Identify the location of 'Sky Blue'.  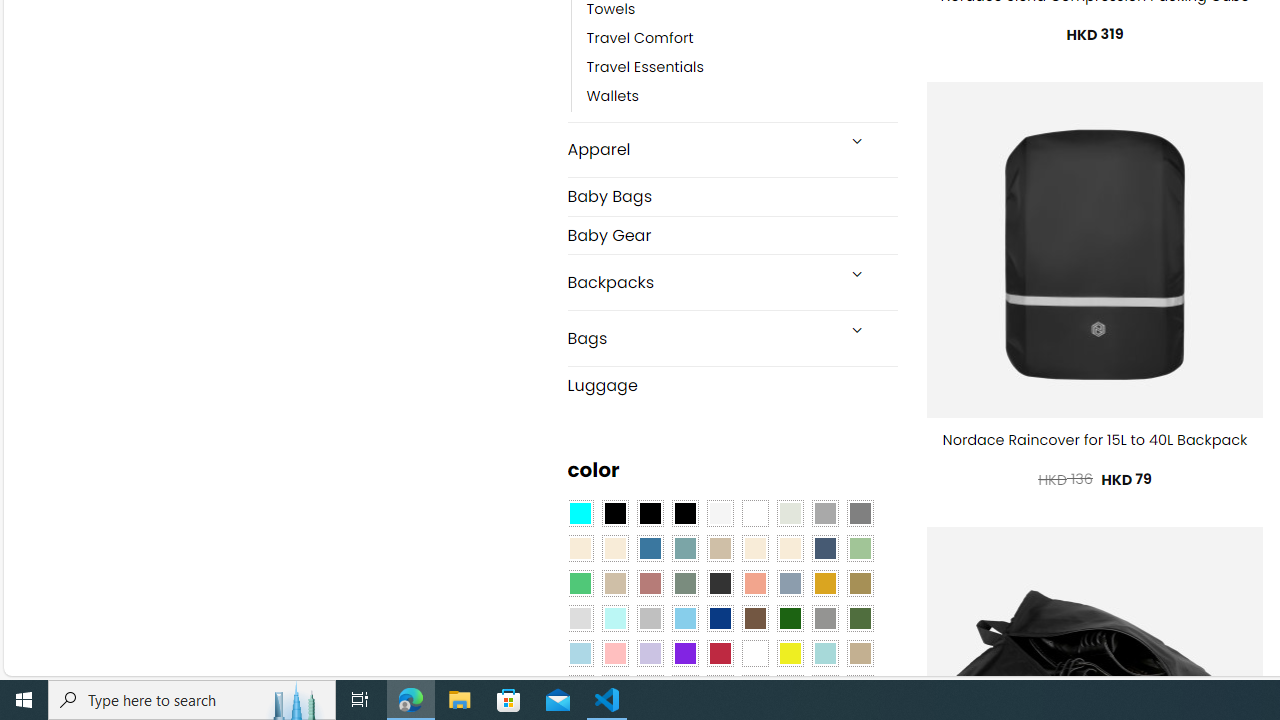
(684, 618).